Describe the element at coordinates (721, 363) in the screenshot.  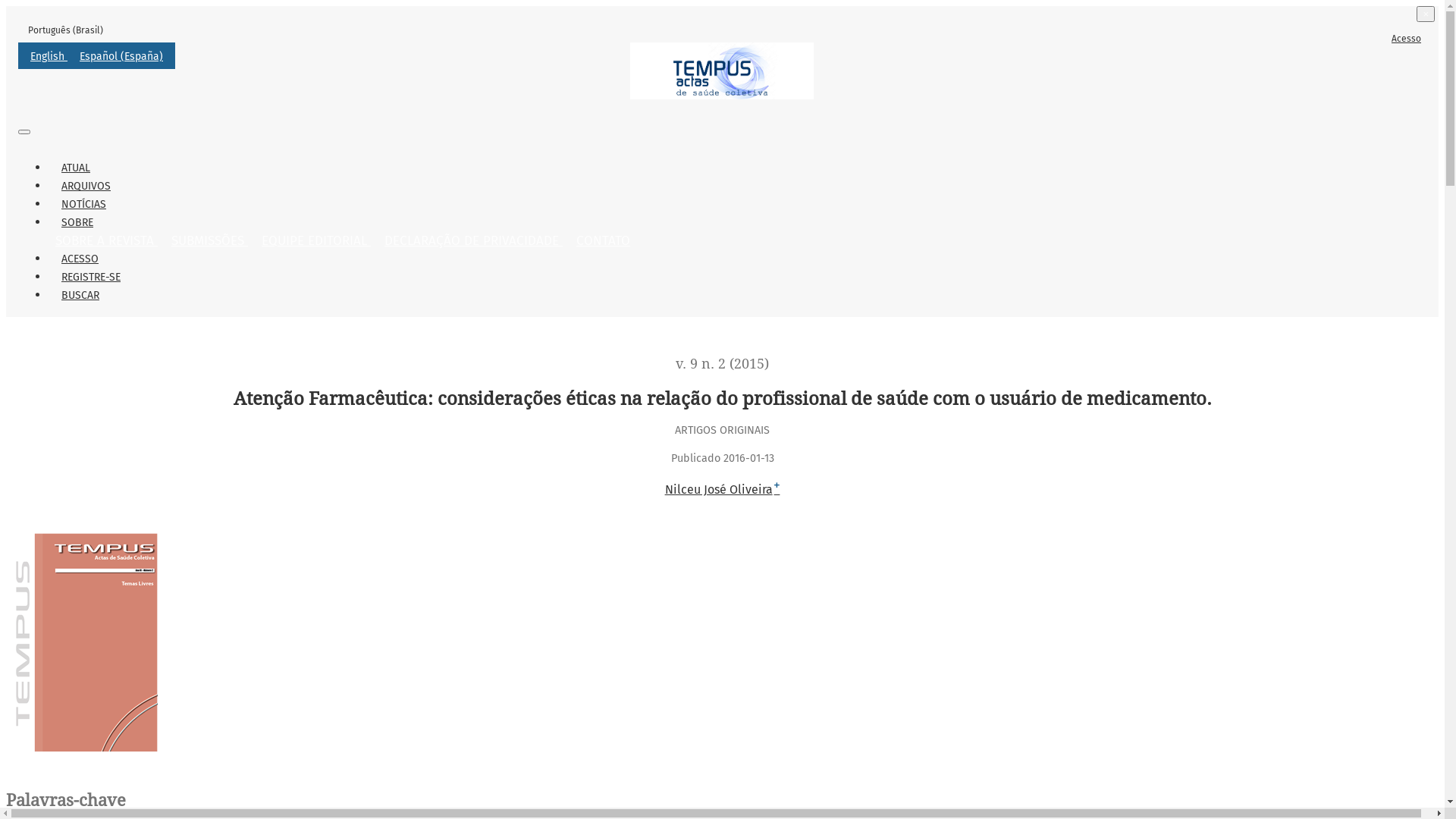
I see `'v. 9 n. 2 (2015)'` at that location.